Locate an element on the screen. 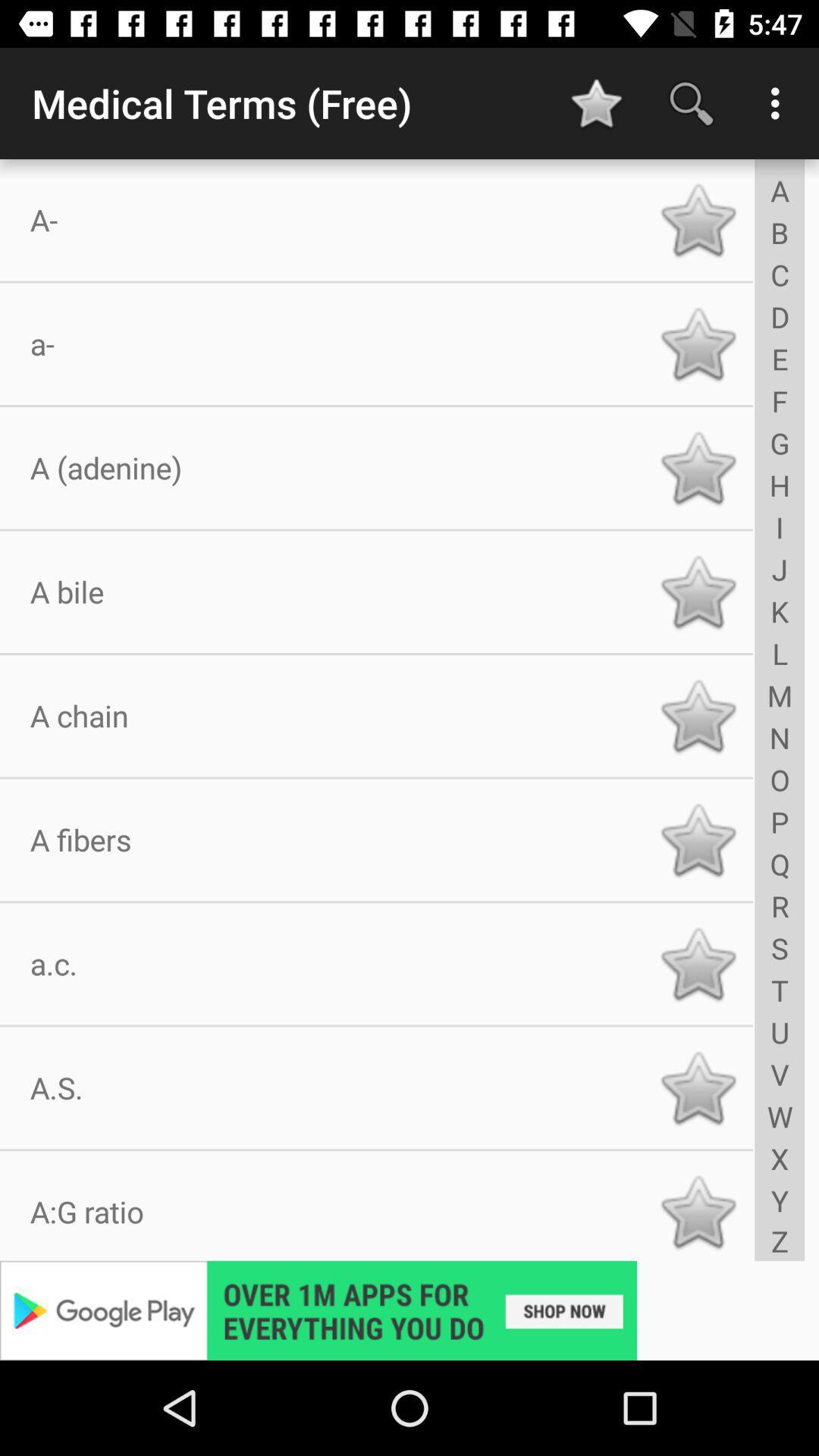 This screenshot has height=1456, width=819. to favorites is located at coordinates (698, 343).